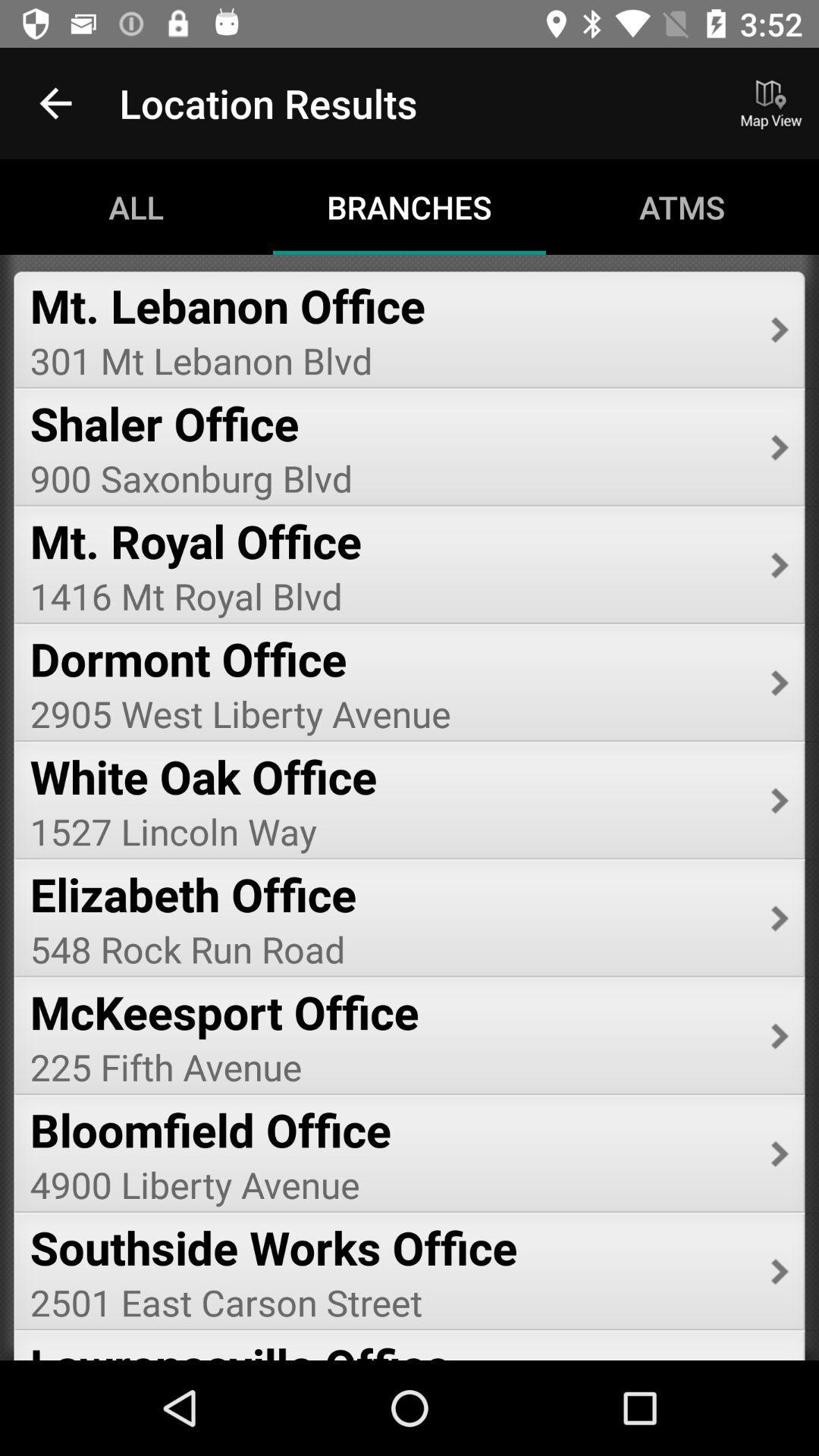 The image size is (819, 1456). Describe the element at coordinates (389, 894) in the screenshot. I see `the elizabeth office icon` at that location.